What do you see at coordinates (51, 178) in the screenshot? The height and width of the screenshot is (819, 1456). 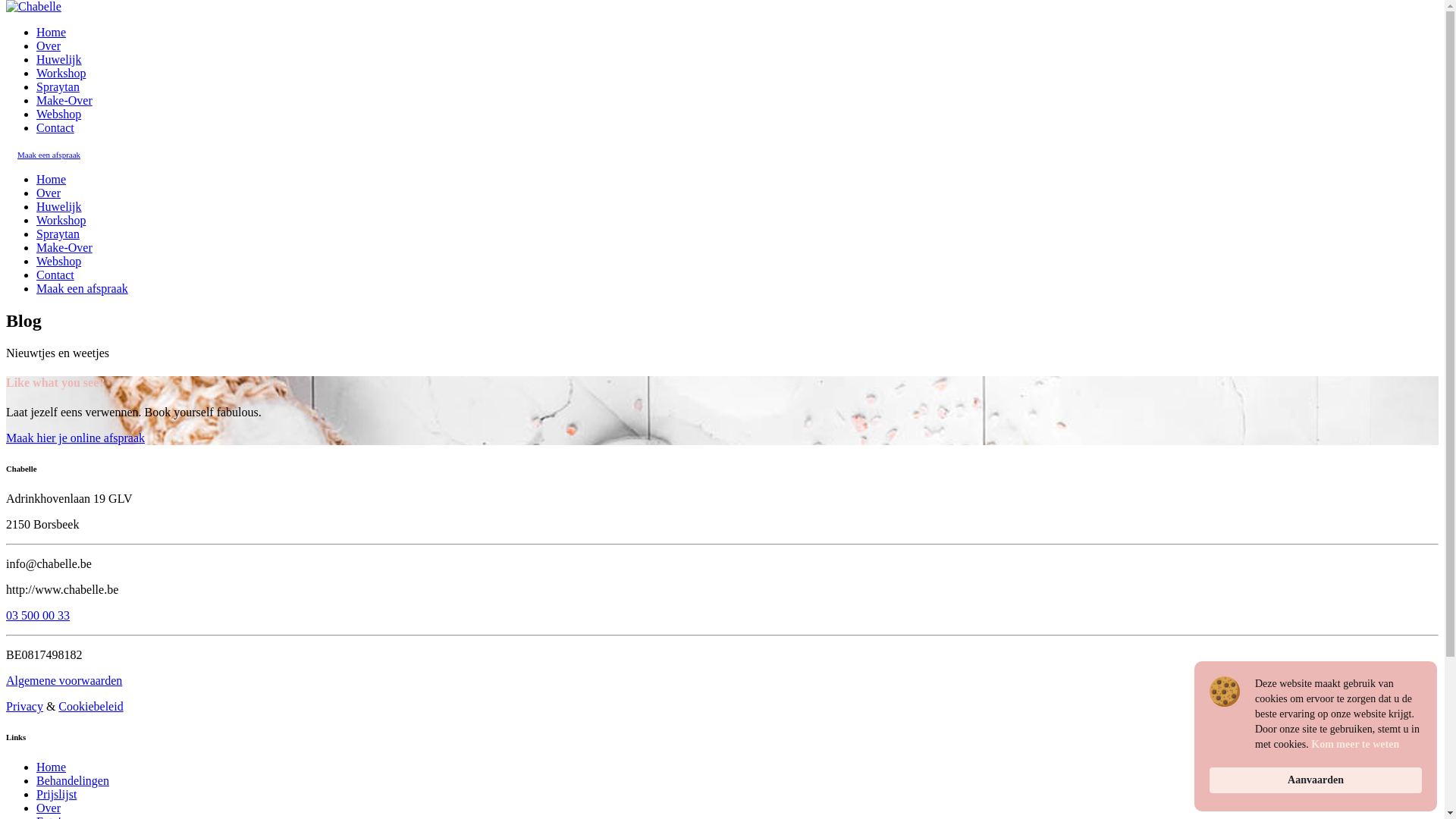 I see `'Home'` at bounding box center [51, 178].